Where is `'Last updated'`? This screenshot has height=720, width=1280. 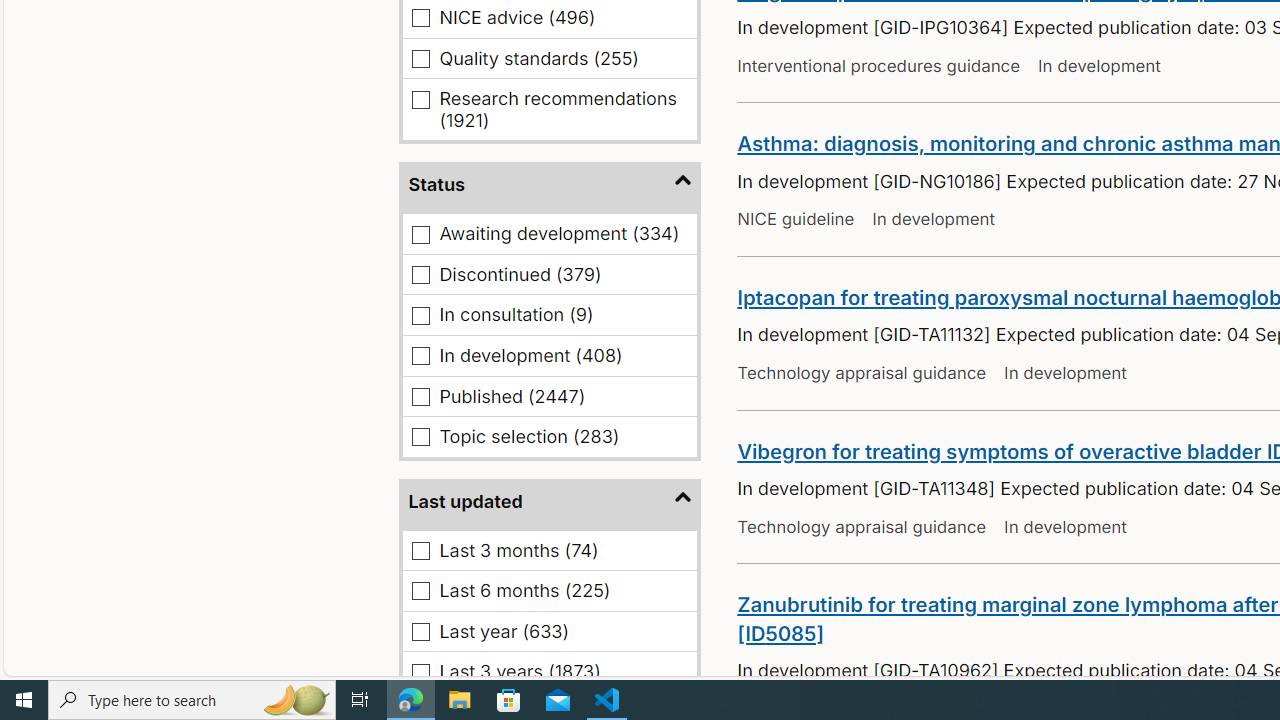
'Last updated' is located at coordinates (550, 501).